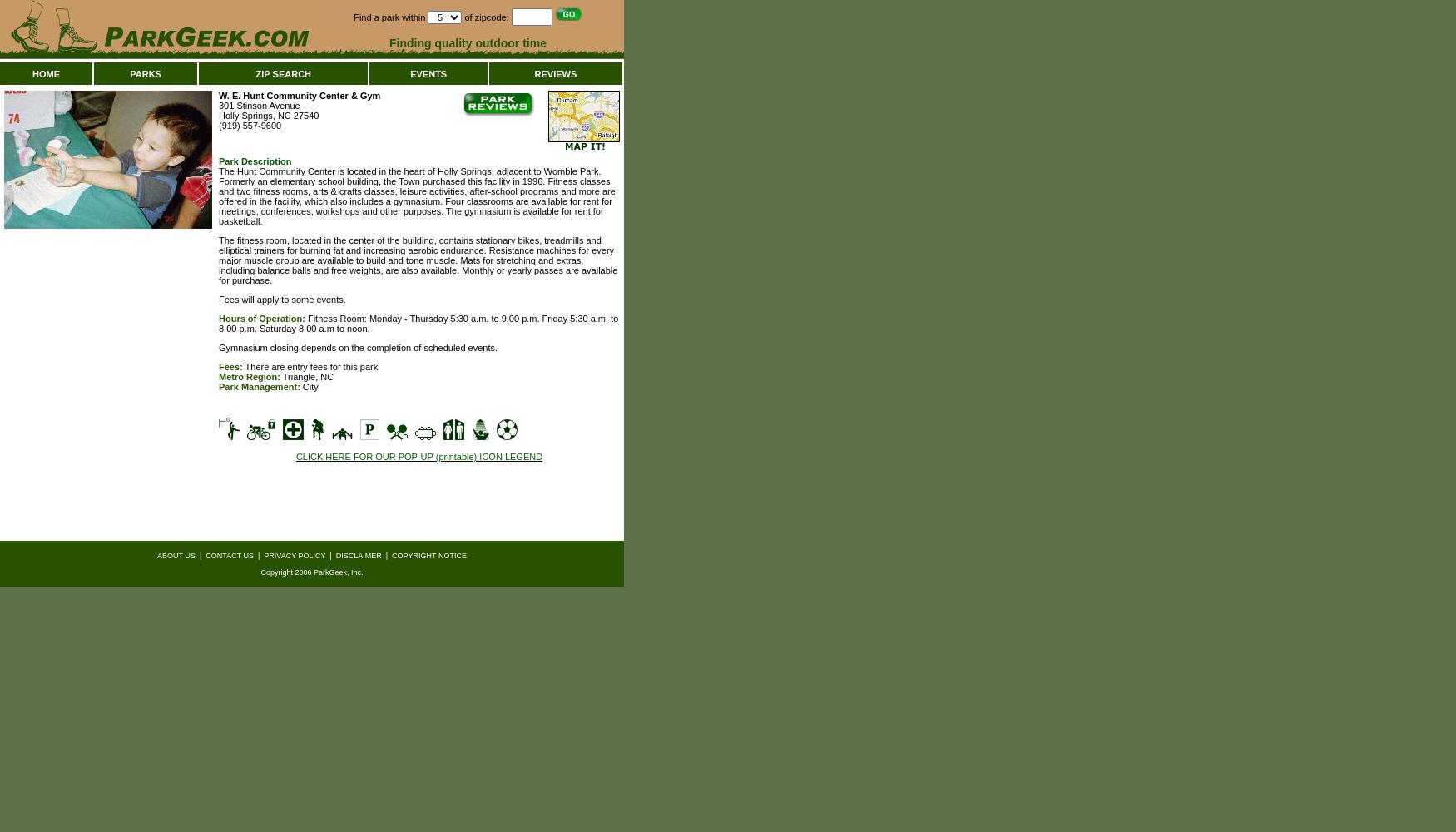 This screenshot has height=832, width=1456. Describe the element at coordinates (306, 376) in the screenshot. I see `'Triangle, NC'` at that location.